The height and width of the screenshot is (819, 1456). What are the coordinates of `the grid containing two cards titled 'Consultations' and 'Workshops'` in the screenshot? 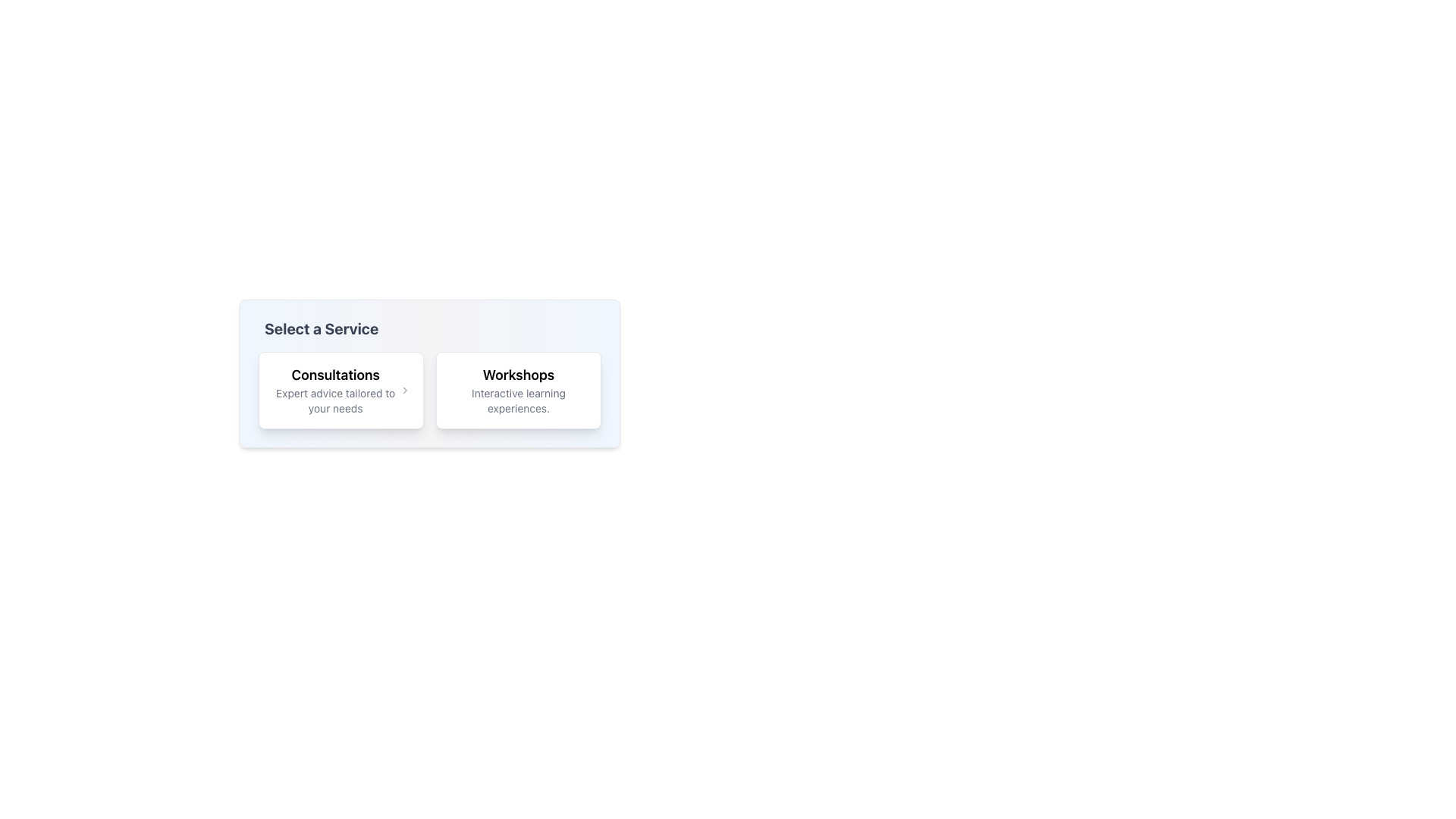 It's located at (428, 390).